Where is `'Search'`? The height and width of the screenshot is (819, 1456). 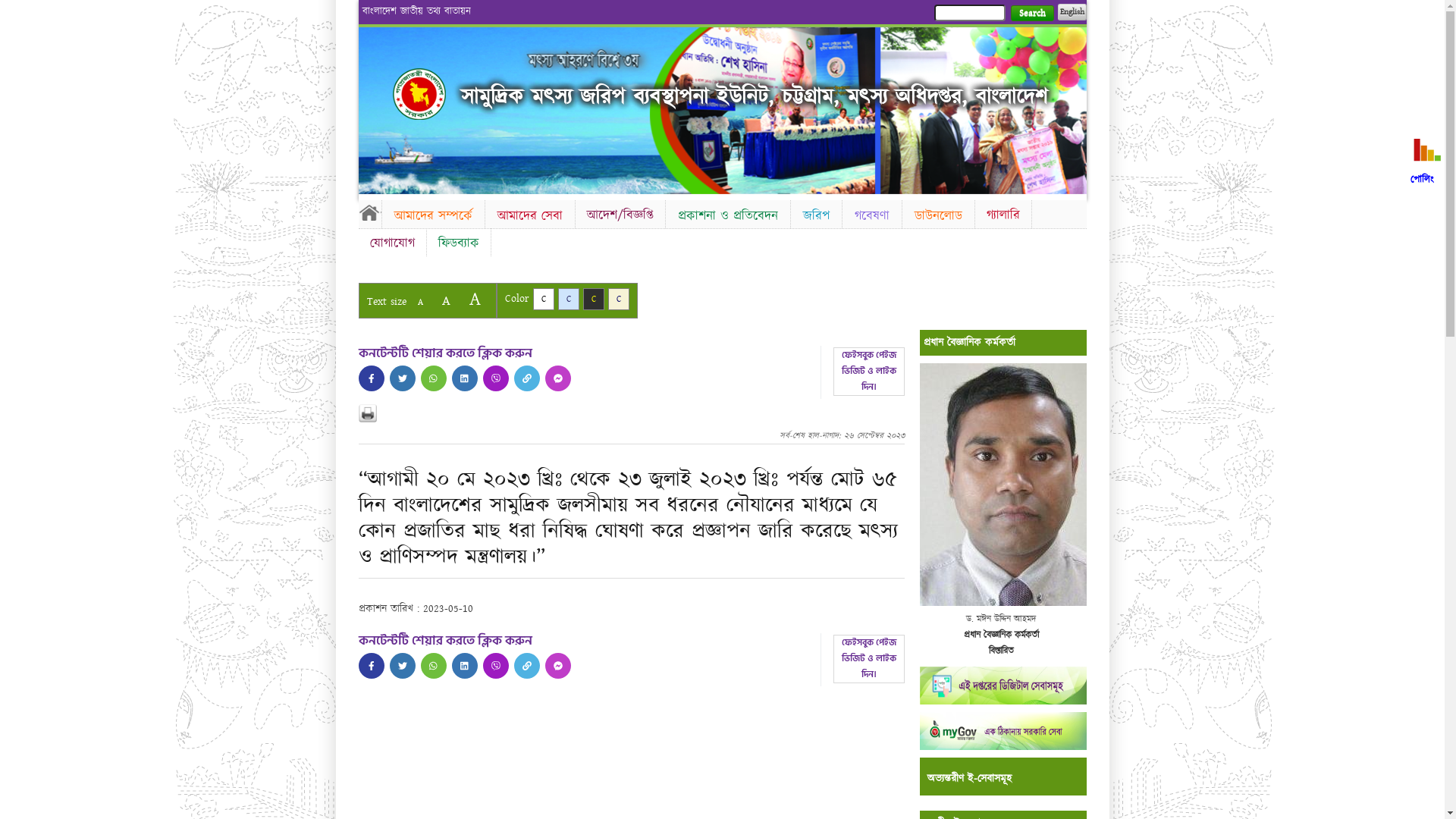
'Search' is located at coordinates (1031, 13).